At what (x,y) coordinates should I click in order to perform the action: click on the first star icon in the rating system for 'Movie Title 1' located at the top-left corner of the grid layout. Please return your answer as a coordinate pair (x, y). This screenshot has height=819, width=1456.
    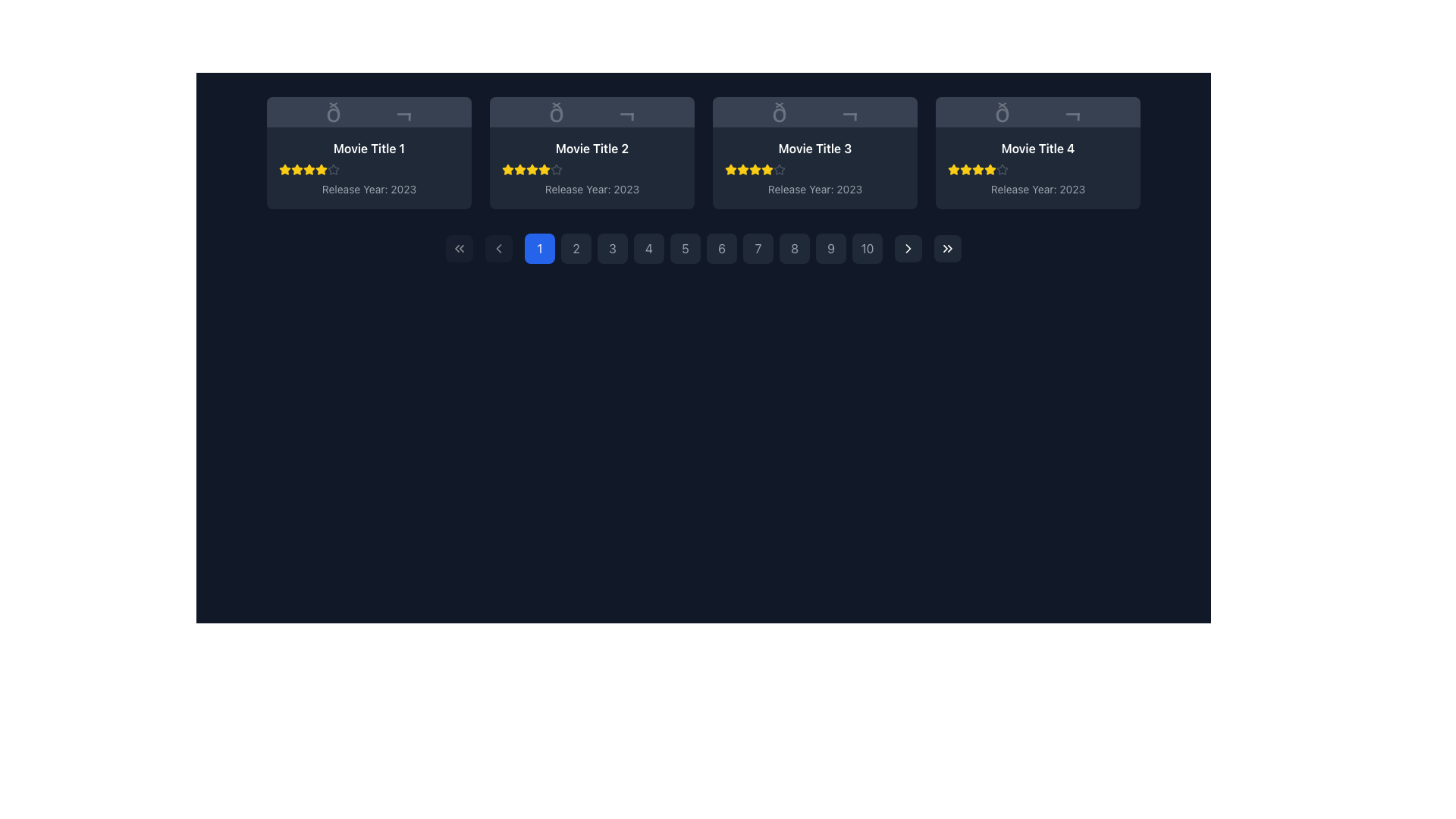
    Looking at the image, I should click on (284, 169).